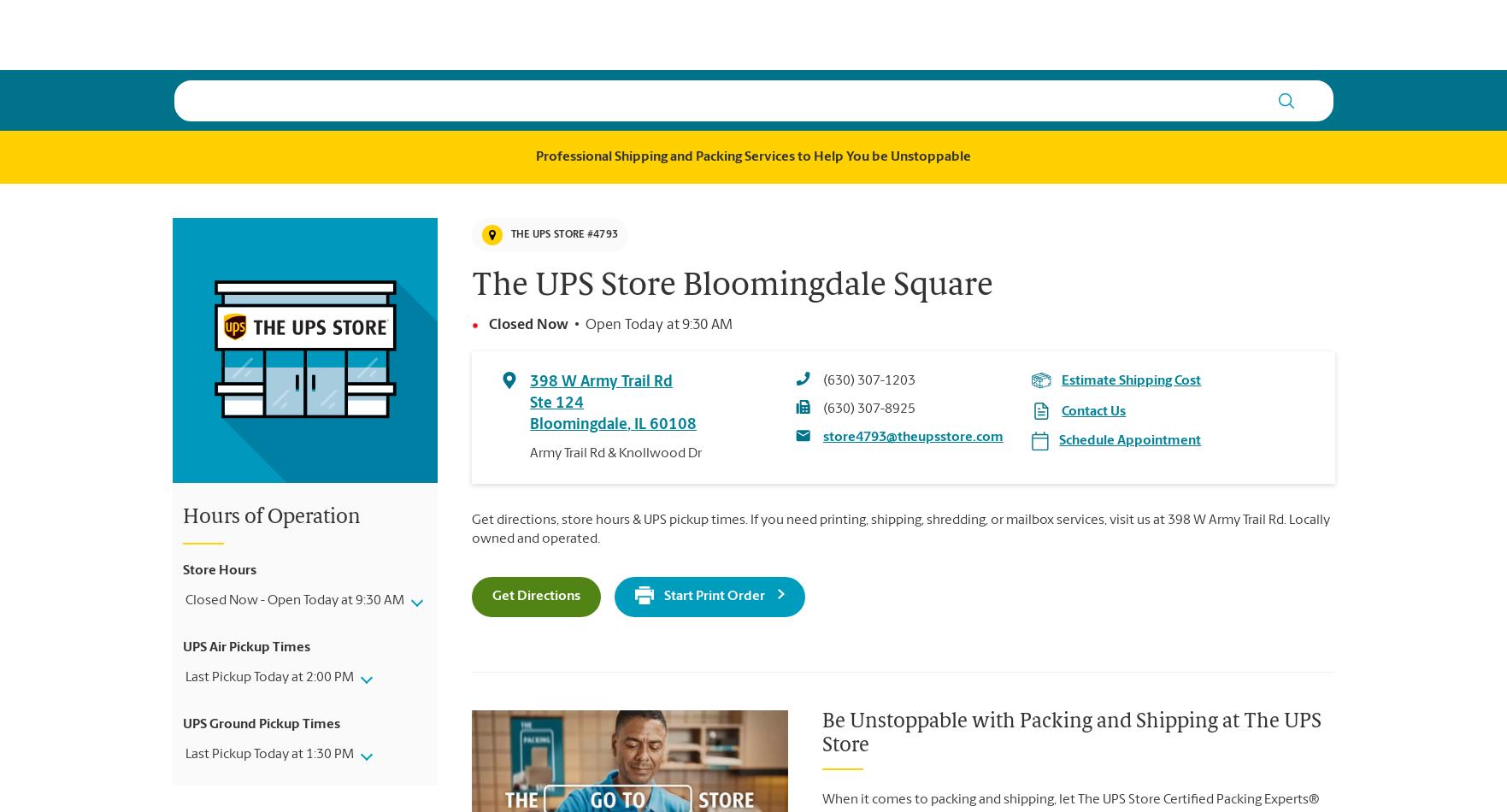 The width and height of the screenshot is (1507, 812). I want to click on 'Es', so click(1316, 33).